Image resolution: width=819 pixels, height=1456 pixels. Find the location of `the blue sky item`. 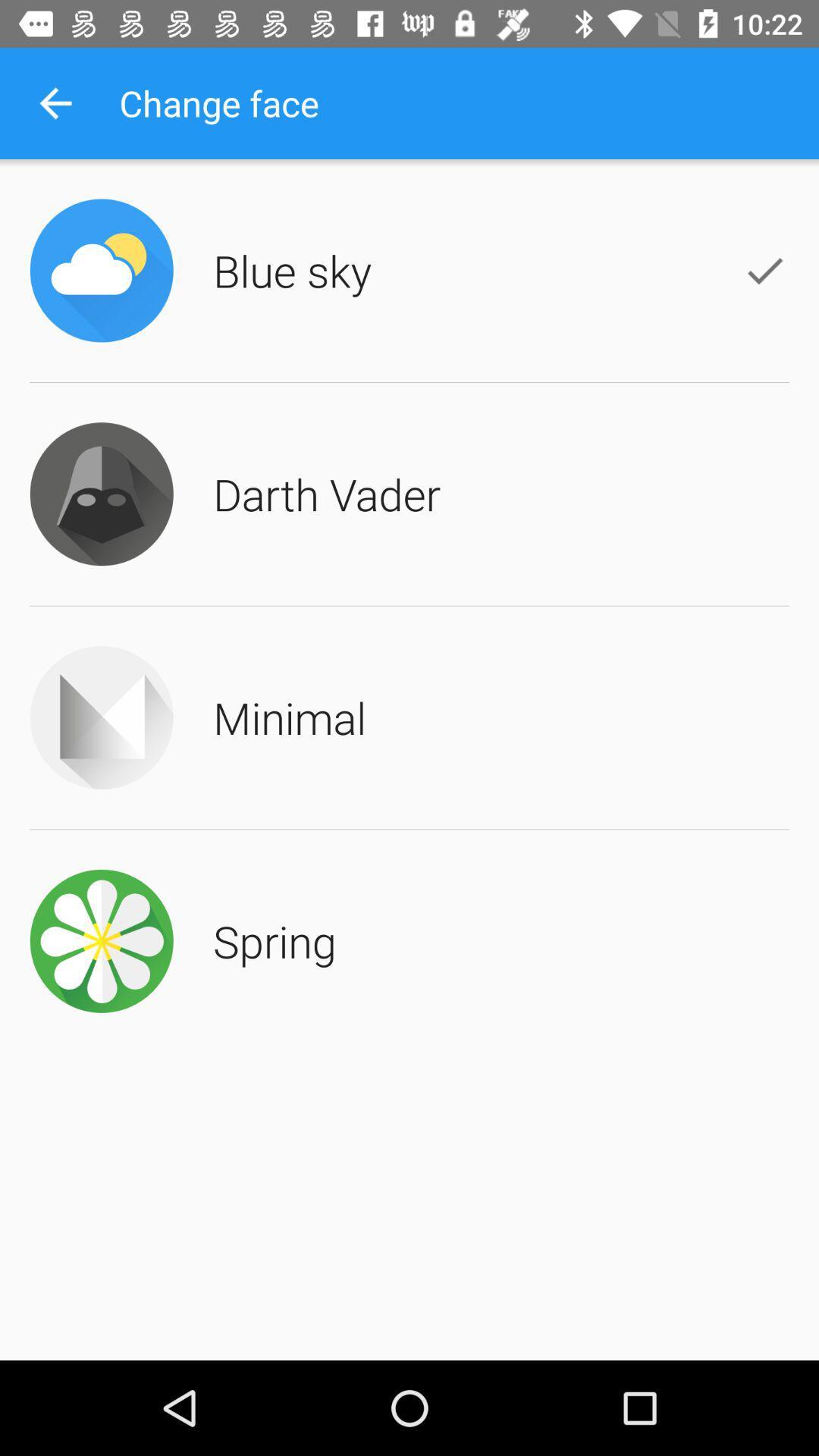

the blue sky item is located at coordinates (292, 270).